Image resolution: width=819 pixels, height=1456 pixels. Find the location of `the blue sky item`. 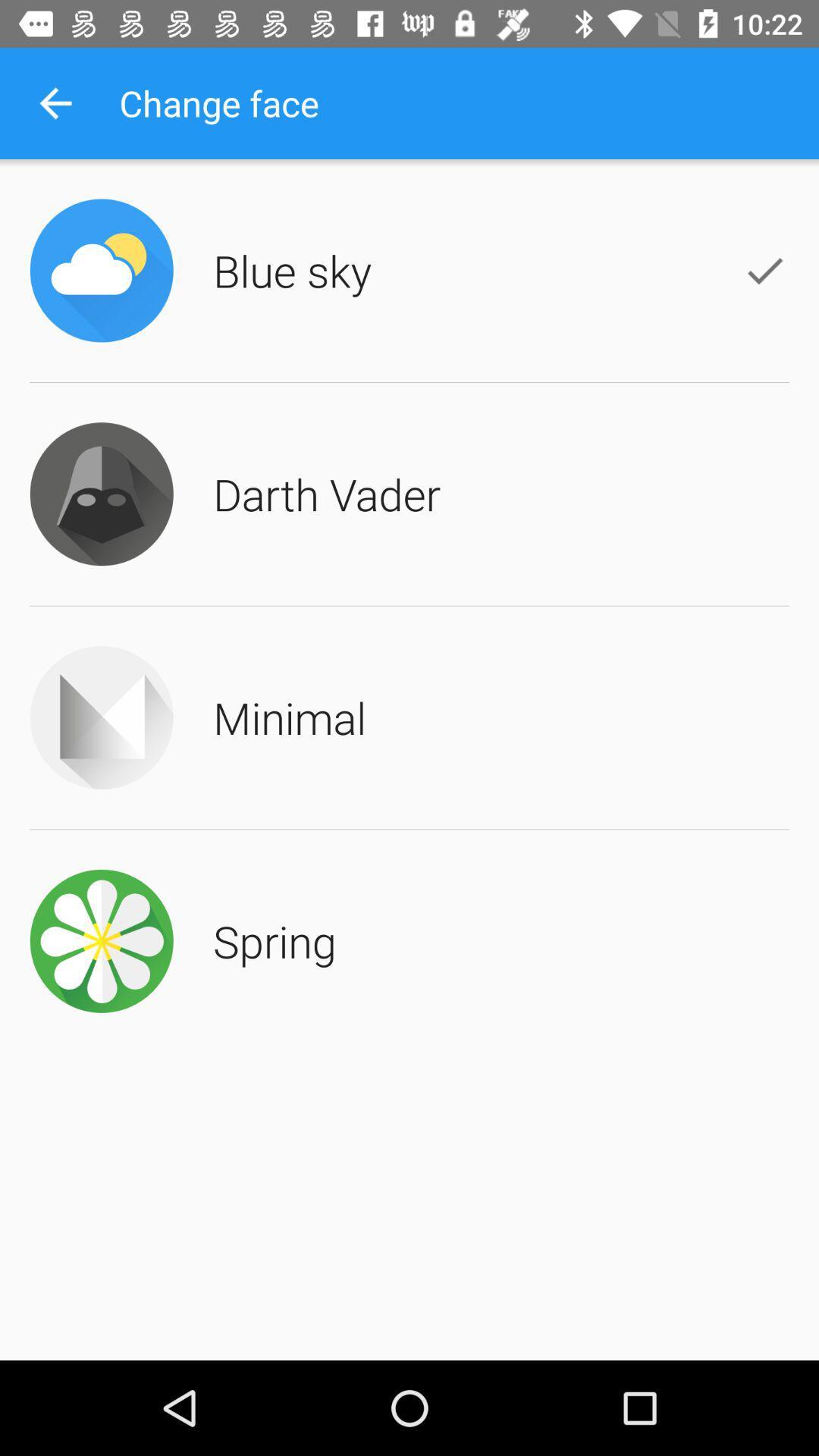

the blue sky item is located at coordinates (292, 270).